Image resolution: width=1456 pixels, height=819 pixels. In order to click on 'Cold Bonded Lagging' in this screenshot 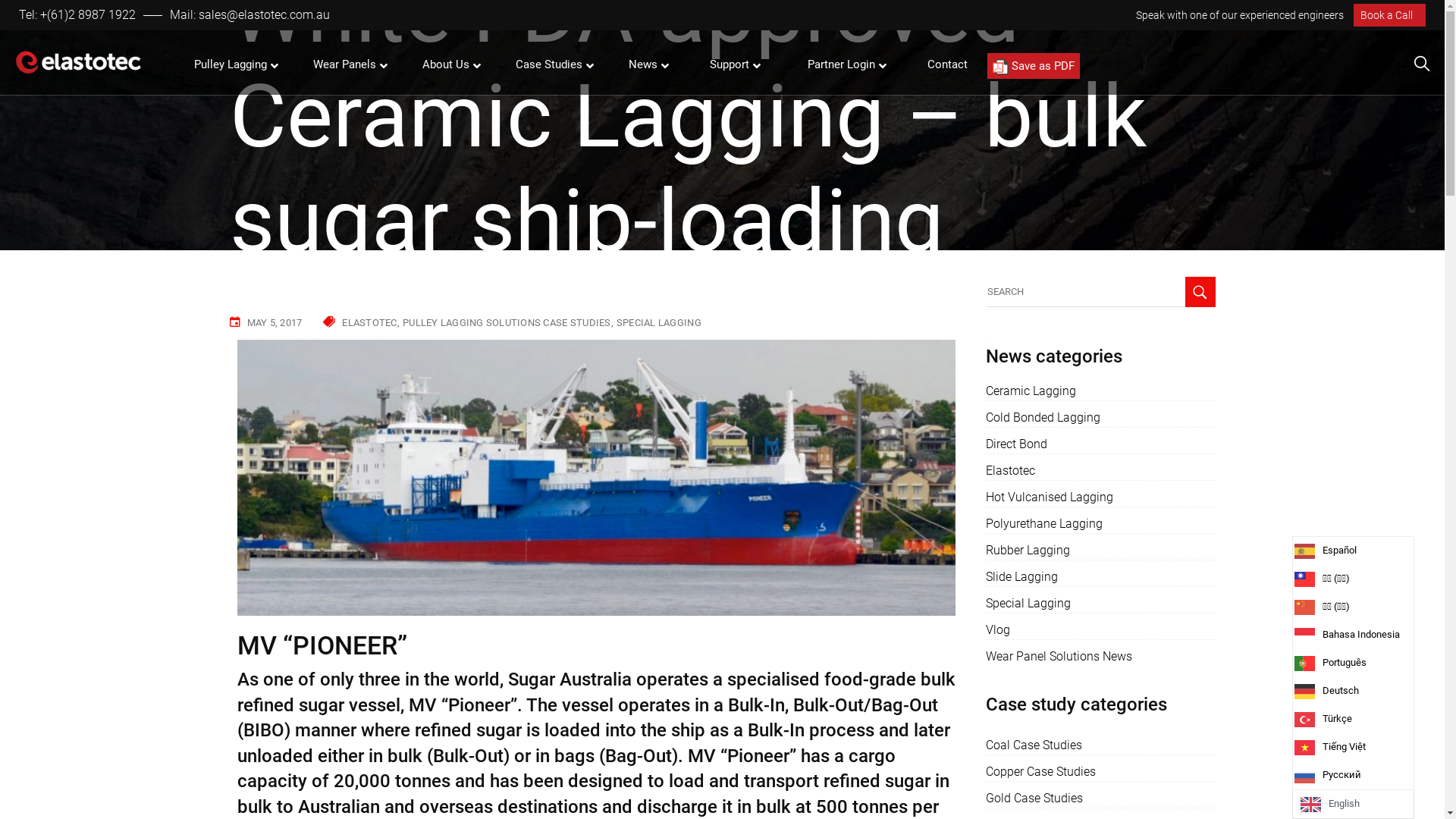, I will do `click(1042, 418)`.